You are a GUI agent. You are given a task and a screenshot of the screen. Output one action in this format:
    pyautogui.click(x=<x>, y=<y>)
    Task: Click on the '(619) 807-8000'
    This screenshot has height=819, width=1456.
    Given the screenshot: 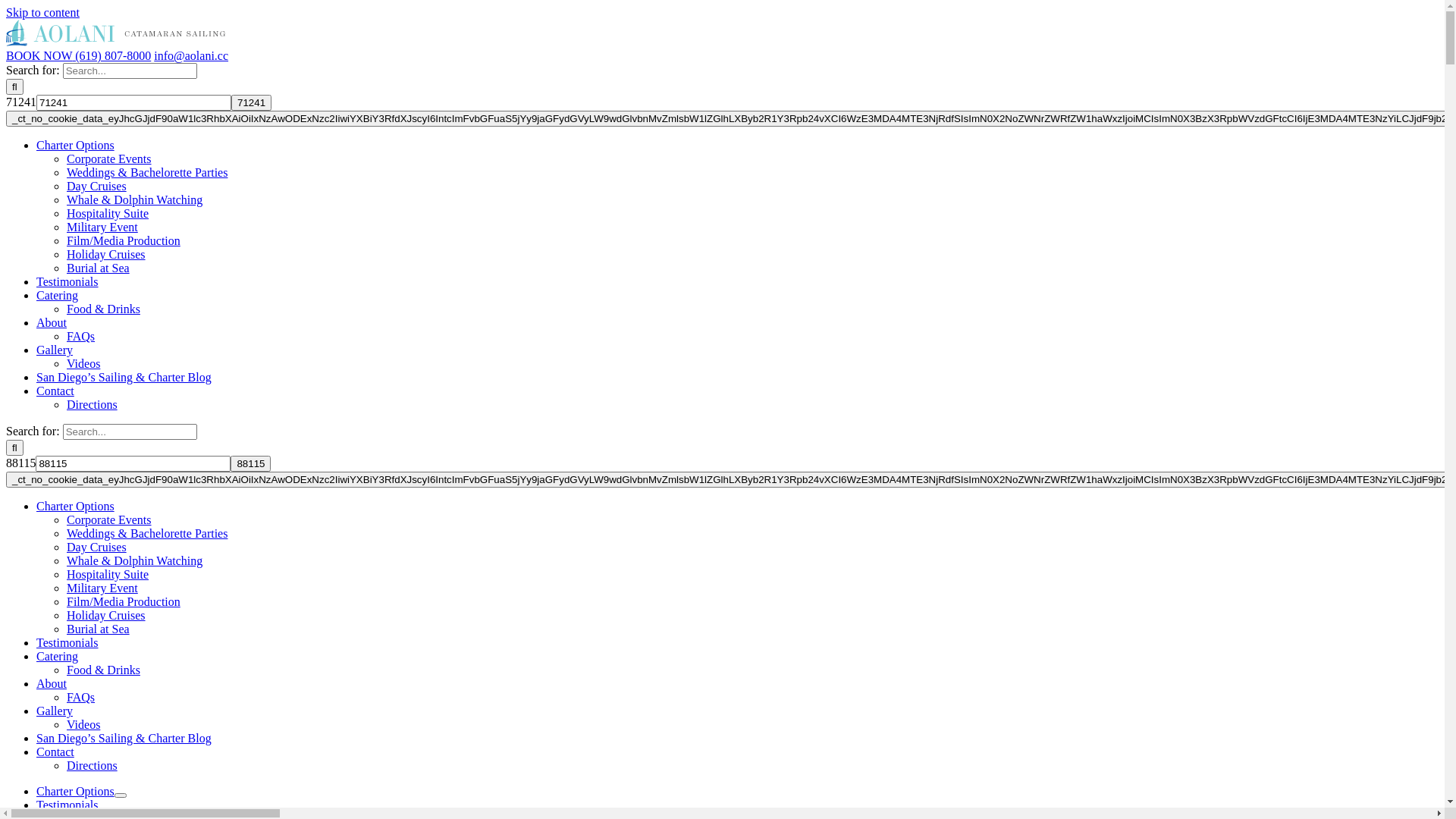 What is the action you would take?
    pyautogui.click(x=111, y=55)
    